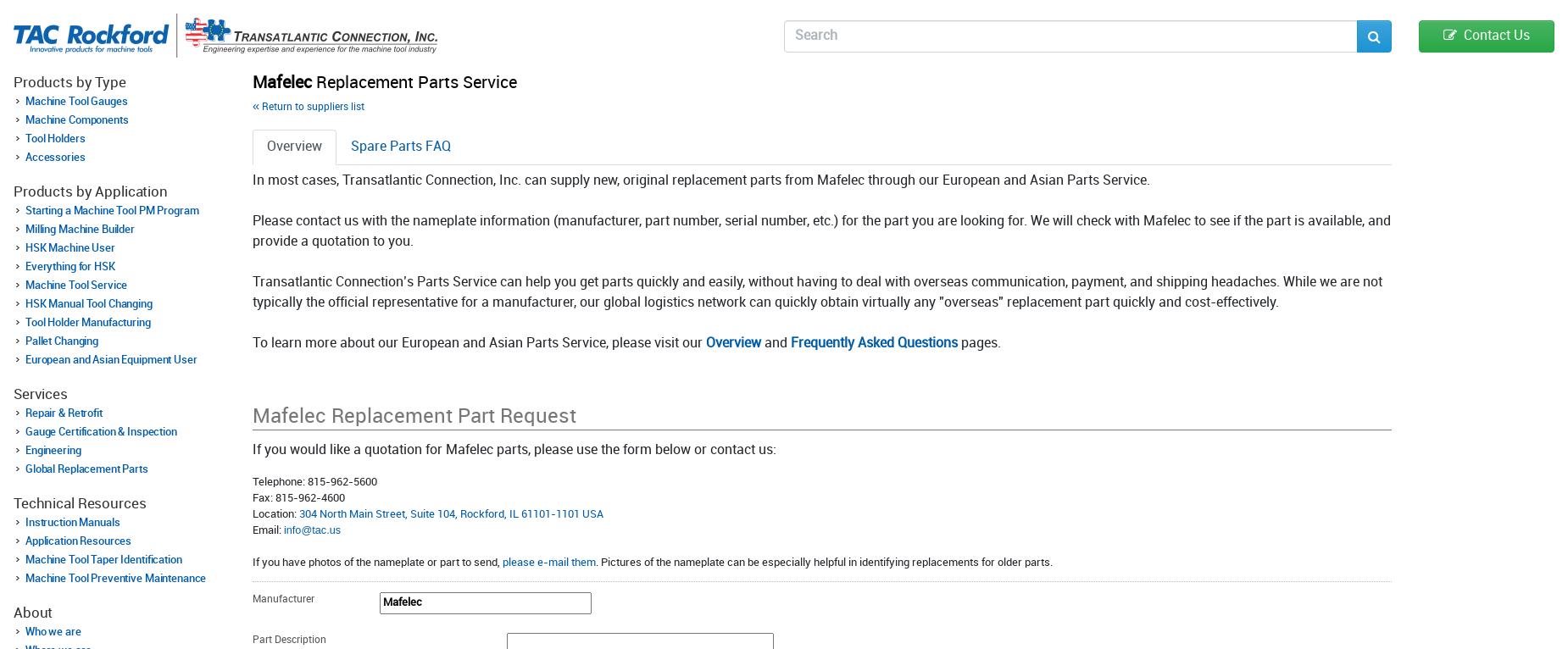  I want to click on 'Manufacturer', so click(252, 598).